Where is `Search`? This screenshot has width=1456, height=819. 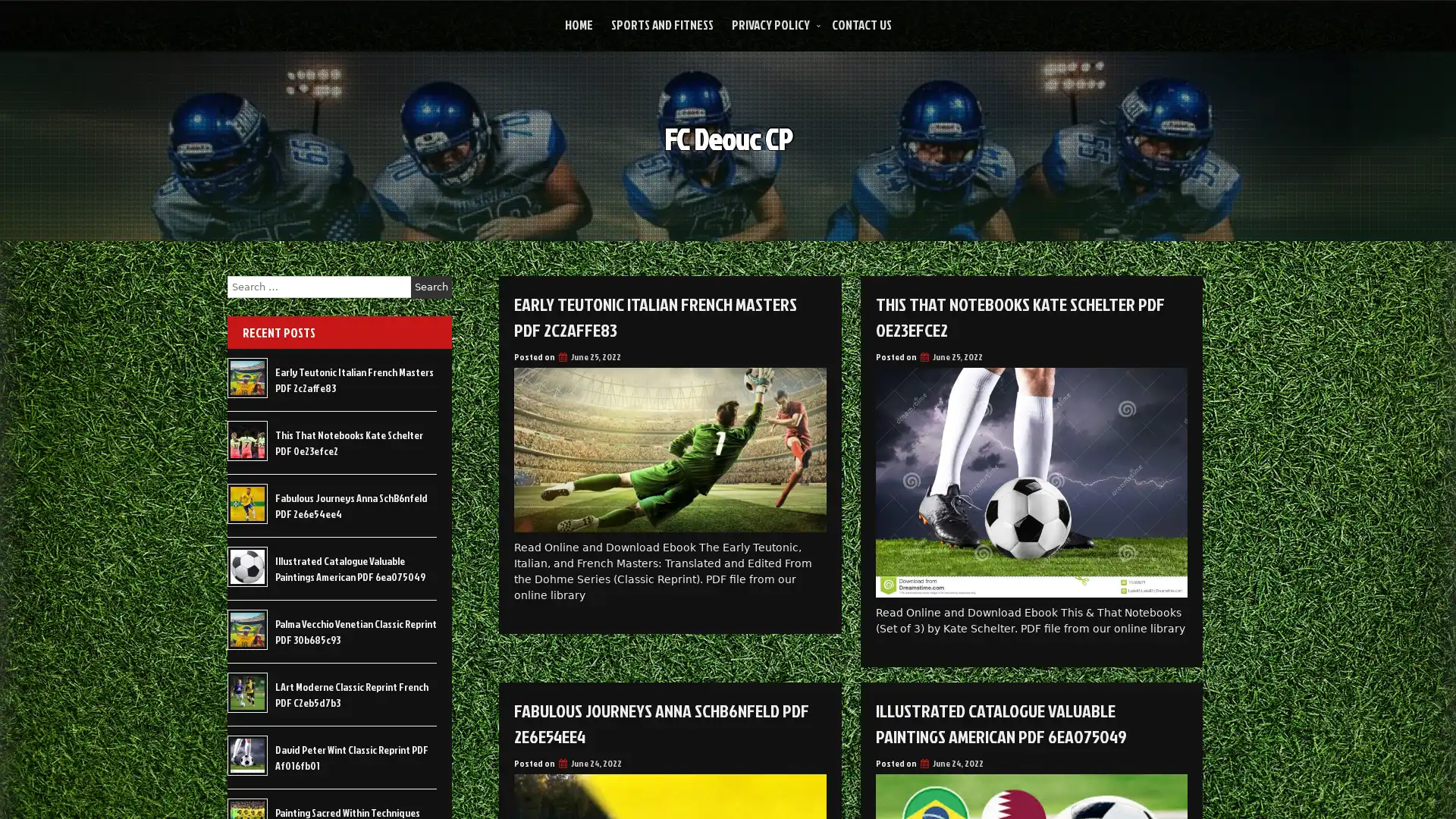 Search is located at coordinates (431, 287).